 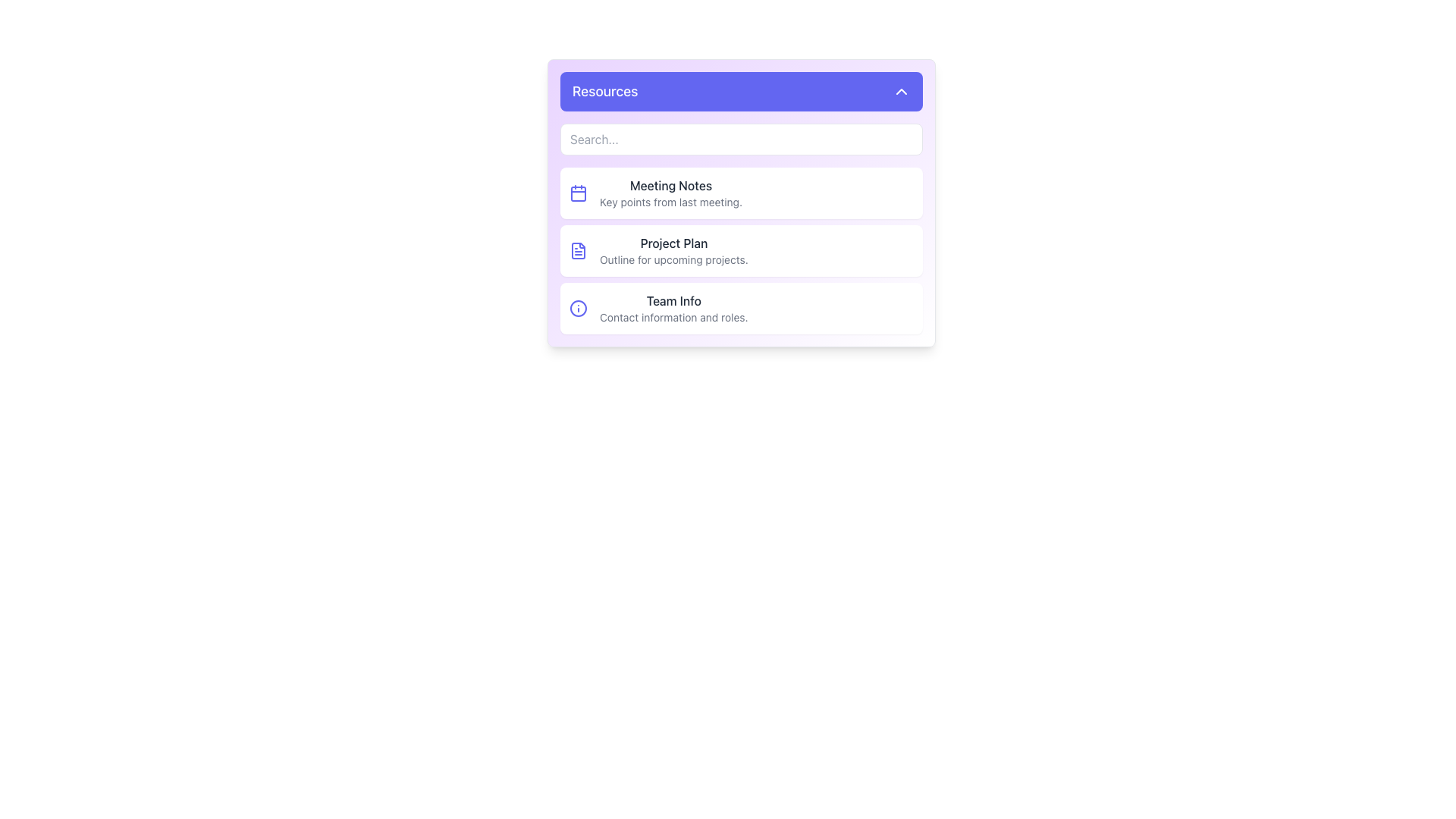 I want to click on the label displaying 'Key points from last meeting.' which is located below the header 'Meeting Notes' in the Resources widget layout, so click(x=670, y=201).